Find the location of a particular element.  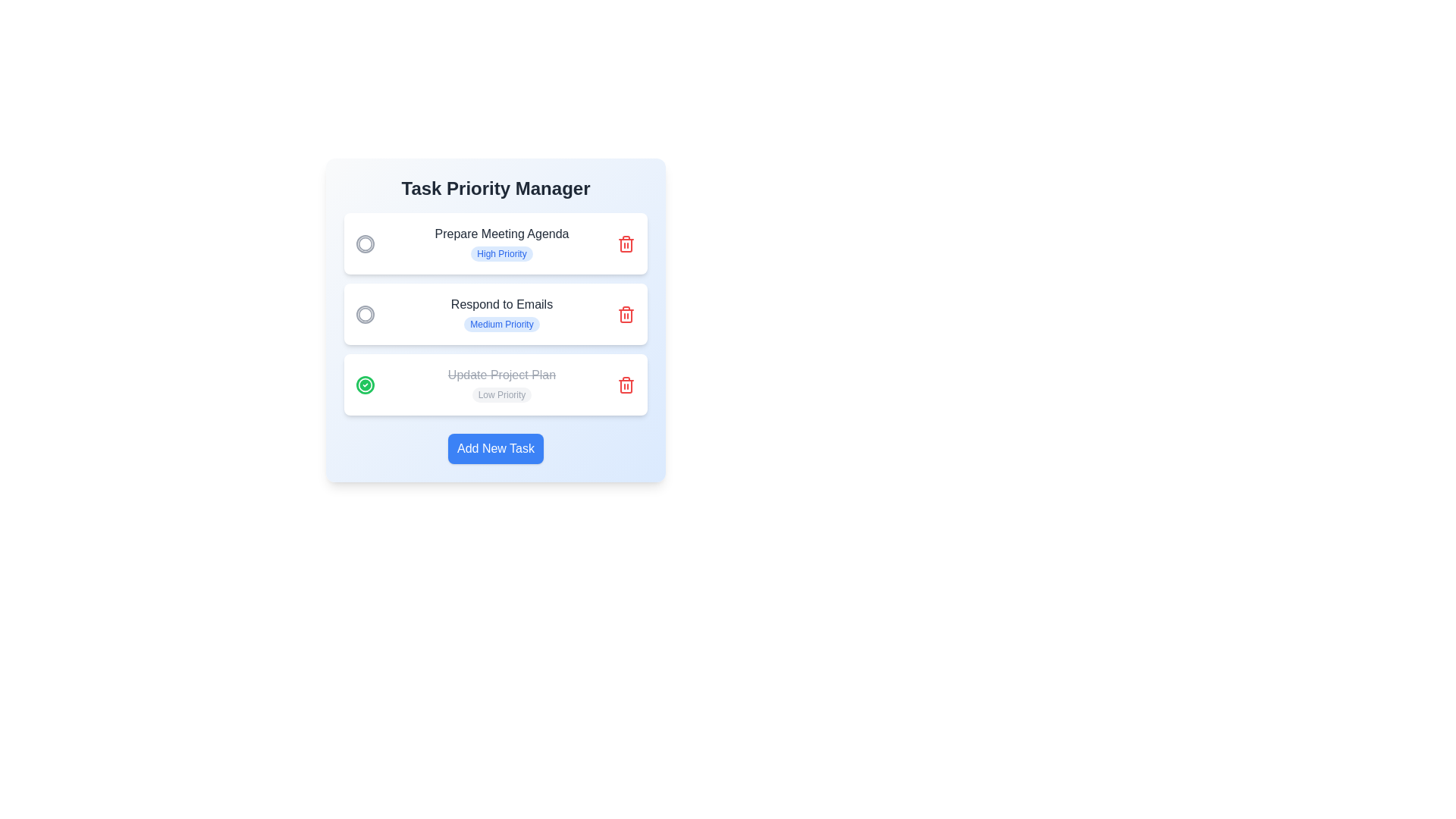

the priority level badge located below the 'Prepare Meeting Agenda' task title in the task list, which indicates the urgency of the associated task is located at coordinates (502, 253).